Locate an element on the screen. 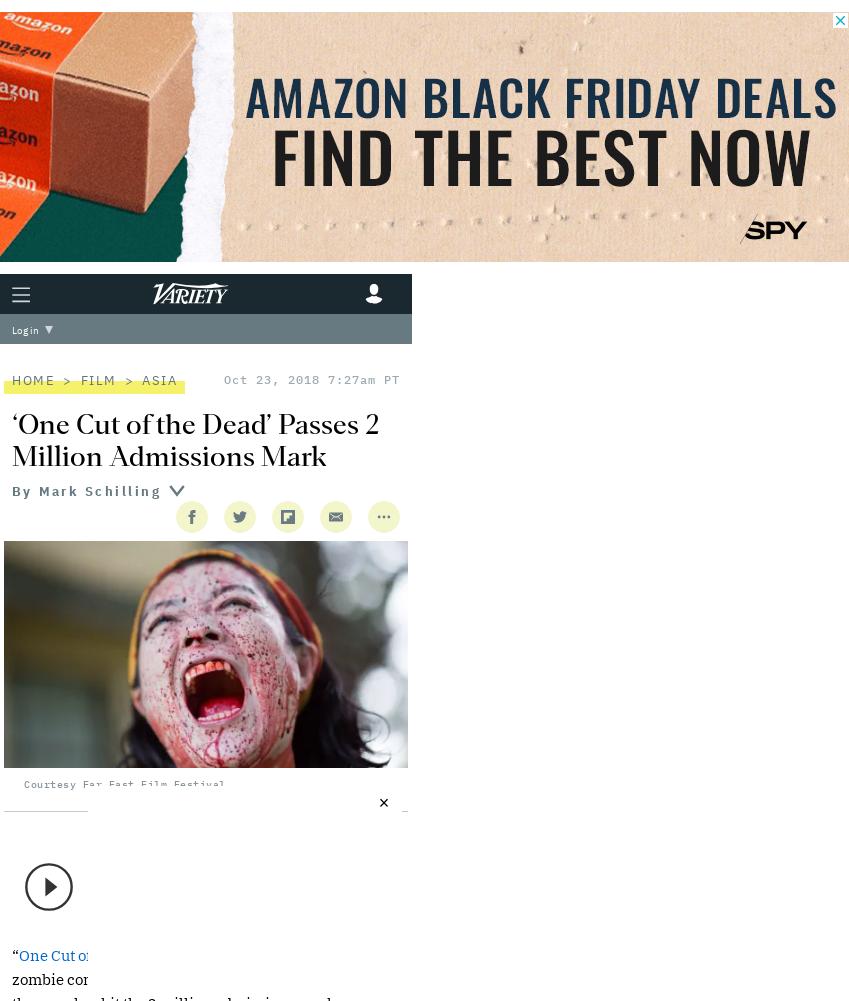  ',” the Shinichiro Ueda-directed zombie comedy that is' is located at coordinates (190, 965).